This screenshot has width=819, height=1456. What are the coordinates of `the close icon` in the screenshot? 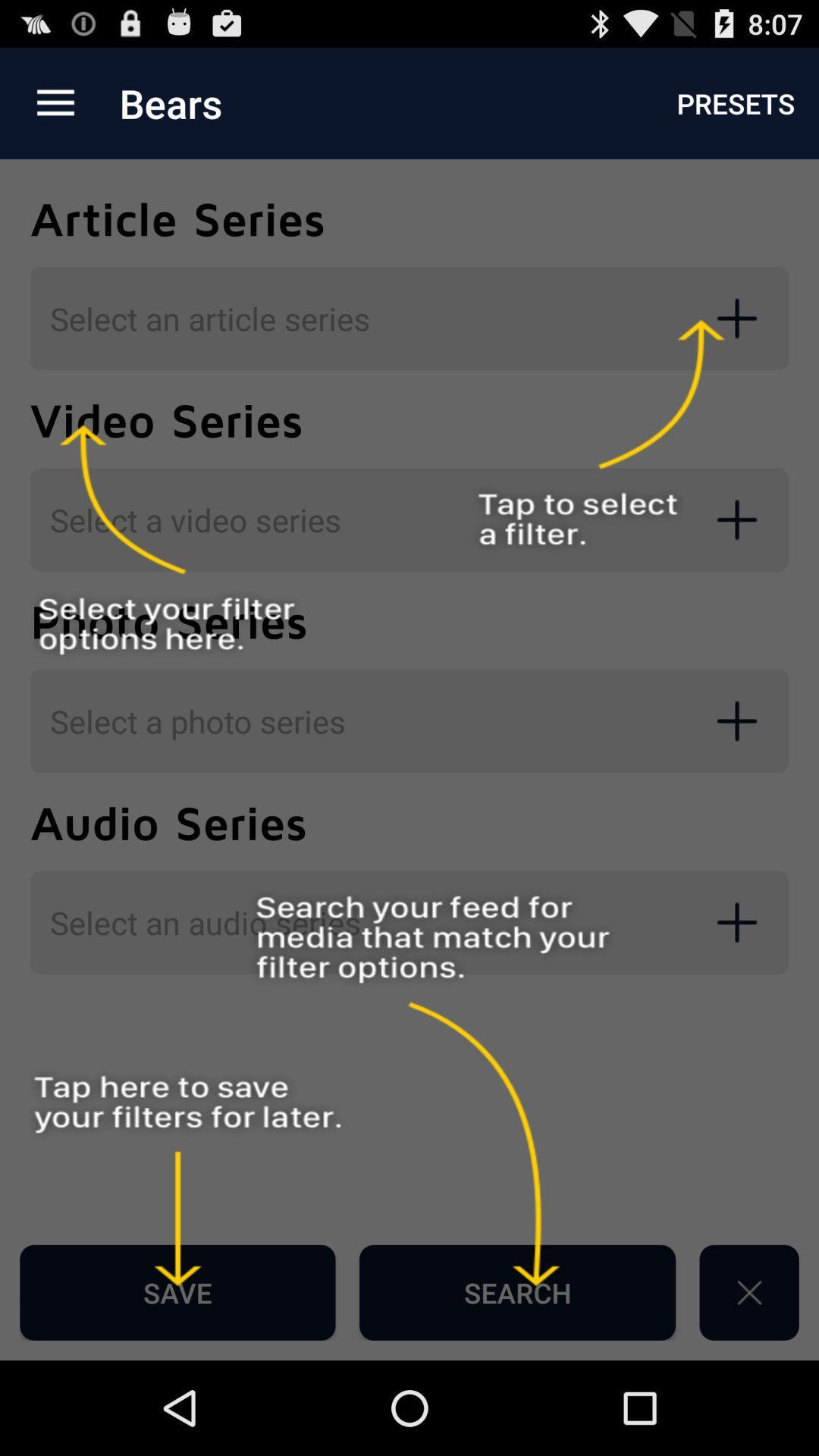 It's located at (748, 1383).